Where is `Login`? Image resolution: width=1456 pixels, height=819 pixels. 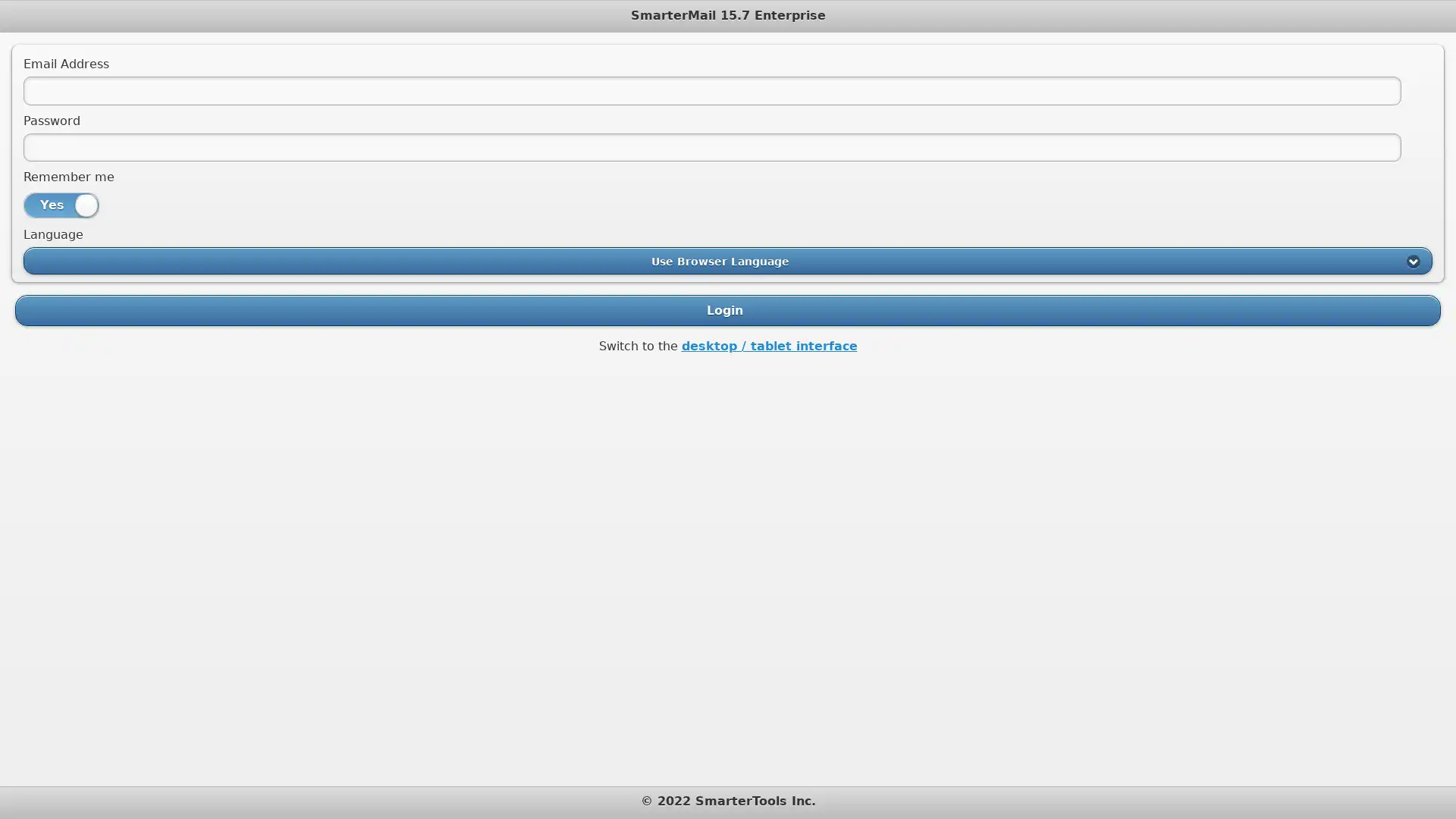
Login is located at coordinates (728, 309).